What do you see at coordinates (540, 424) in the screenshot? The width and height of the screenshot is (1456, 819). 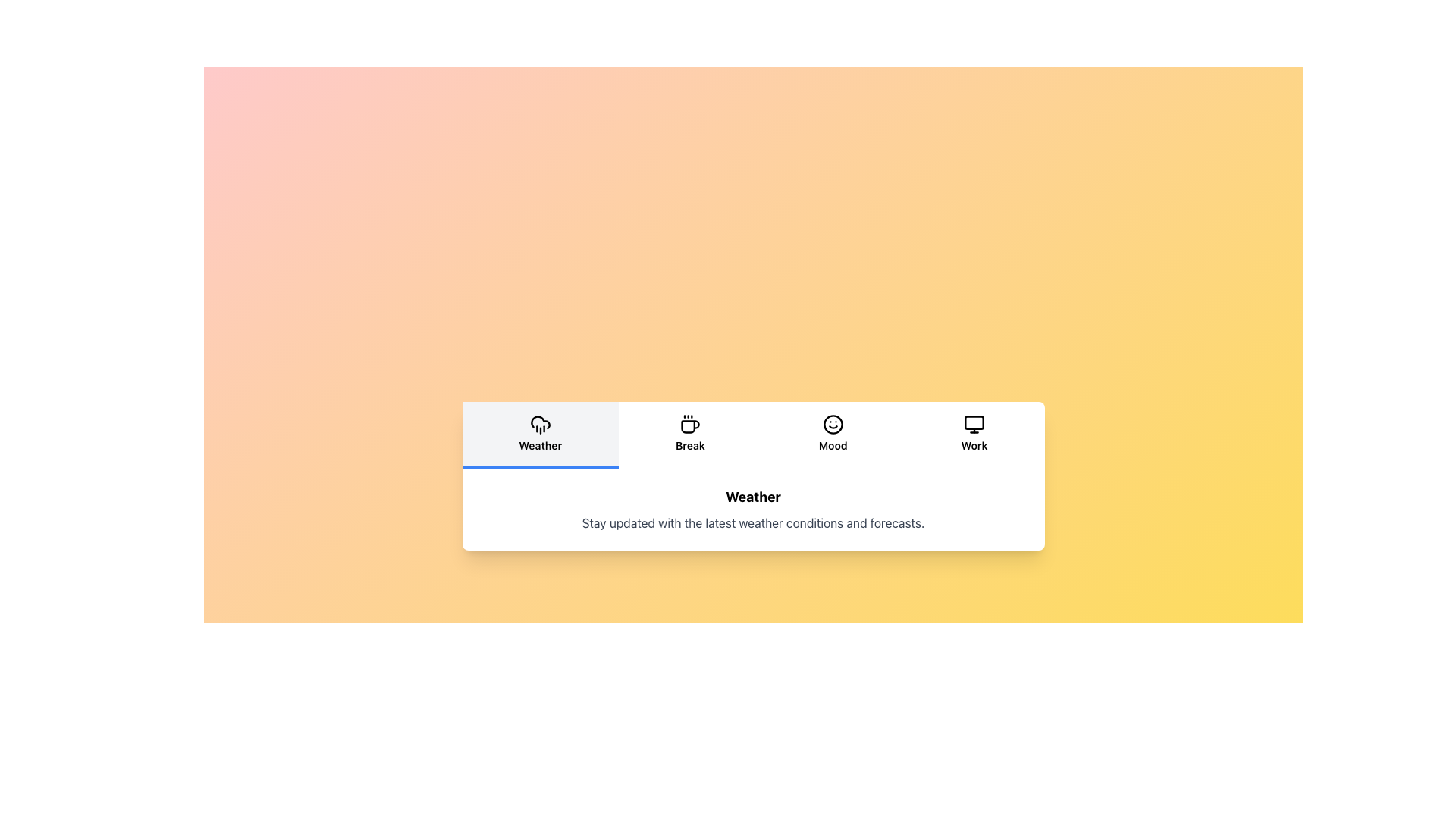 I see `the cloud icon with rain droplets above the 'Weather' text in the top center of the menu to identify its meaning` at bounding box center [540, 424].